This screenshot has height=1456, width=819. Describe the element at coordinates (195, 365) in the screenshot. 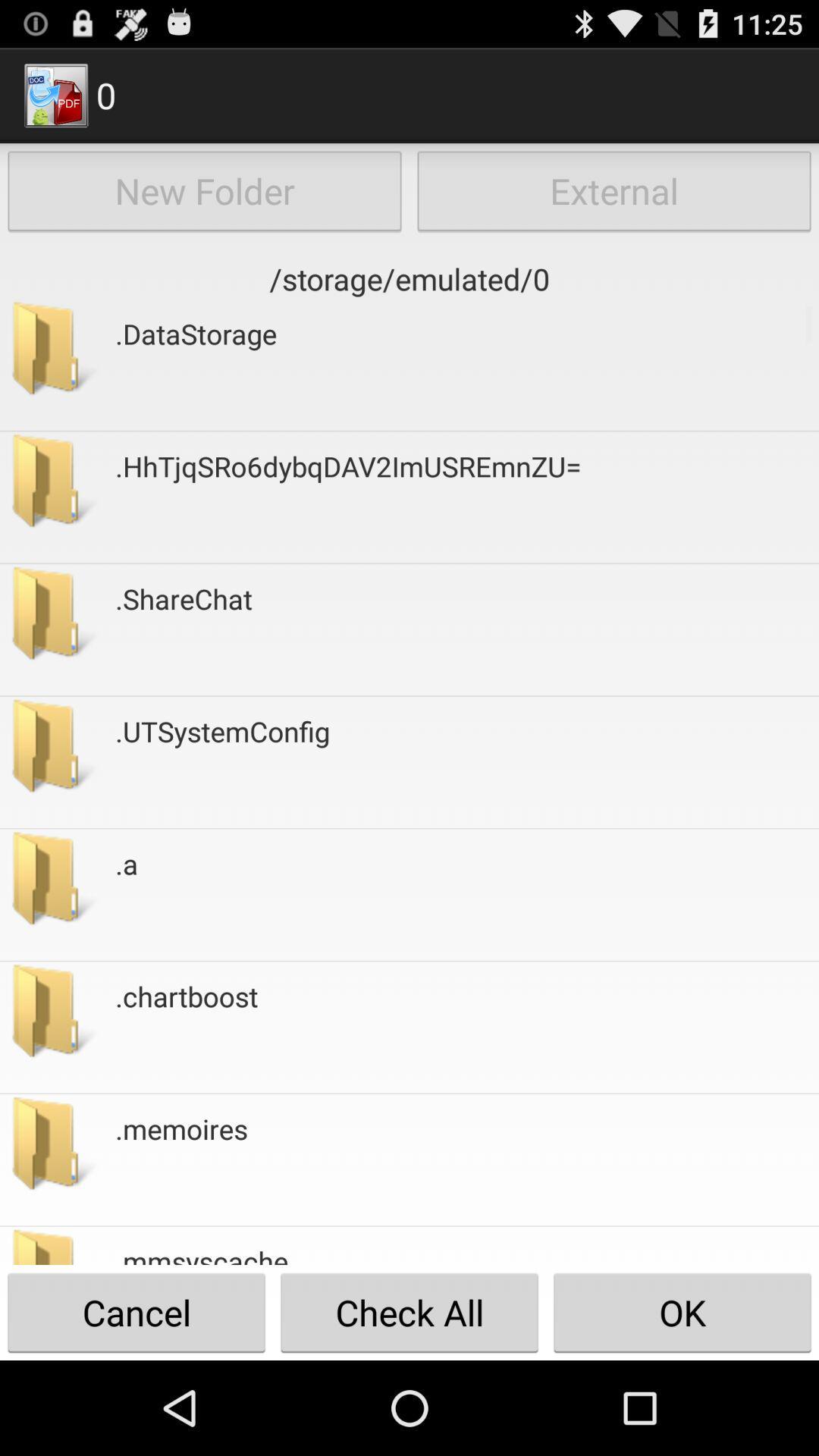

I see `the .datastorage app` at that location.